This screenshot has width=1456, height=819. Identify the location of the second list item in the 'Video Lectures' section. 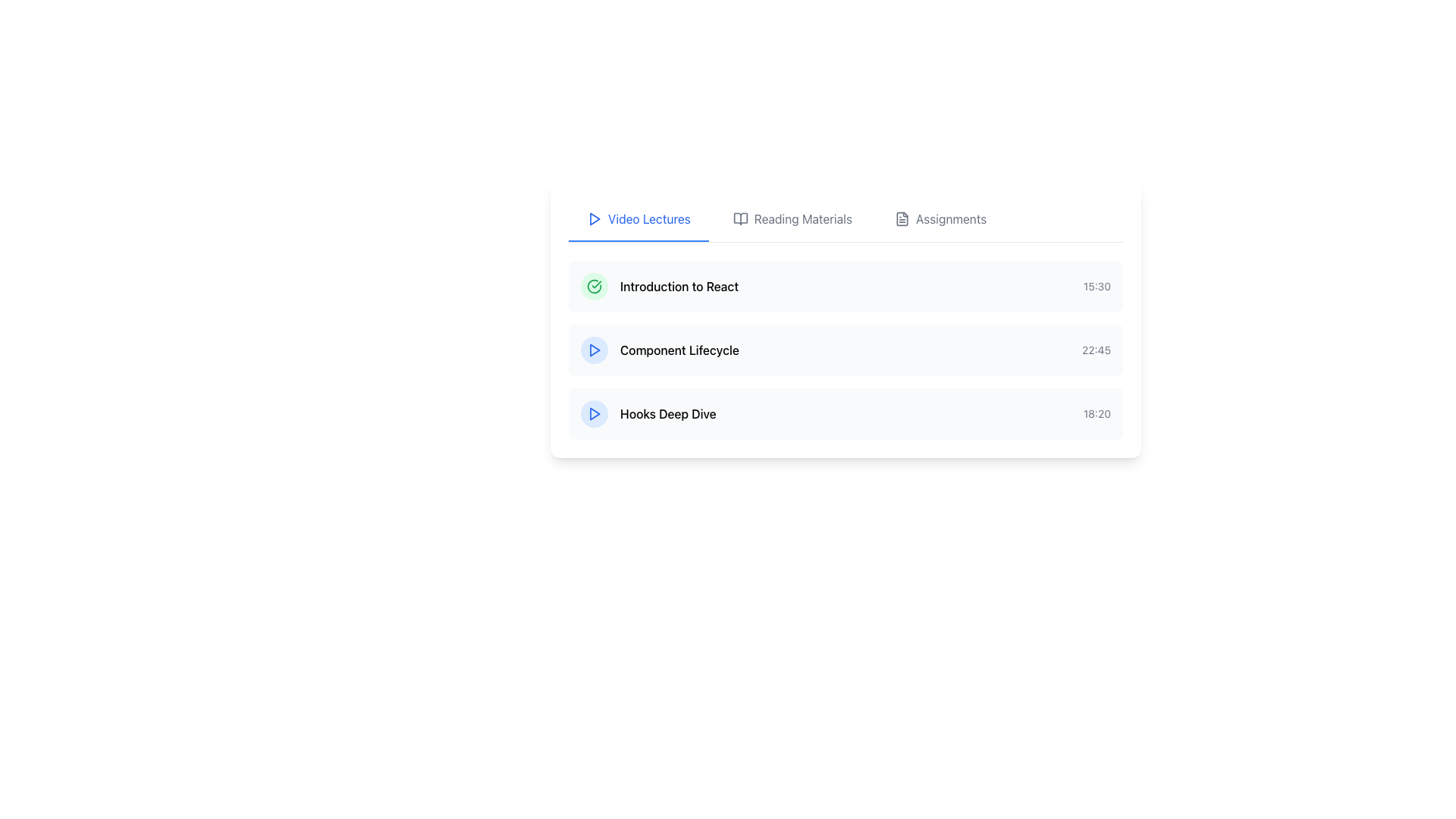
(845, 350).